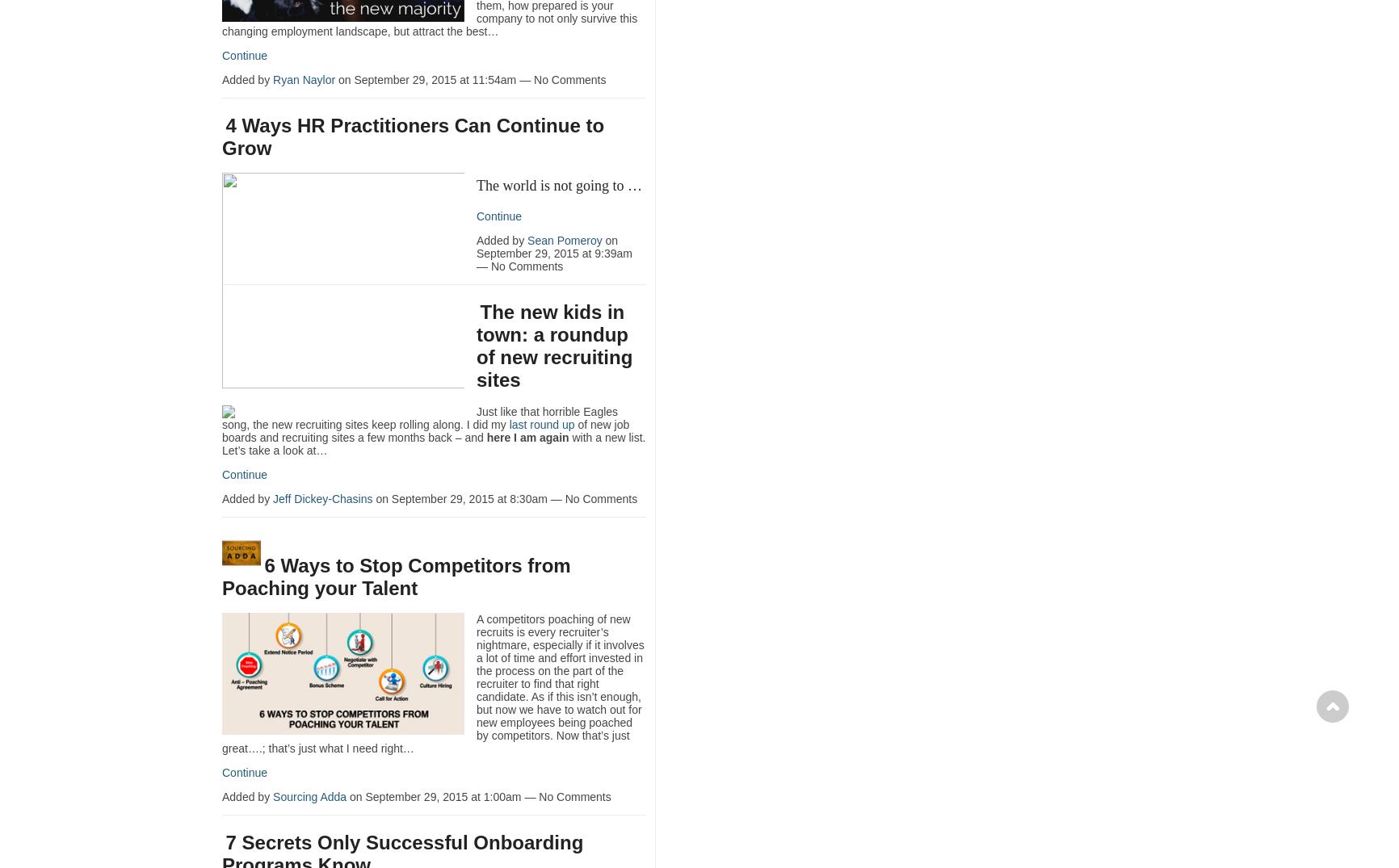 The width and height of the screenshot is (1399, 868). I want to click on 'Jeff Dickey-Chasins', so click(321, 497).